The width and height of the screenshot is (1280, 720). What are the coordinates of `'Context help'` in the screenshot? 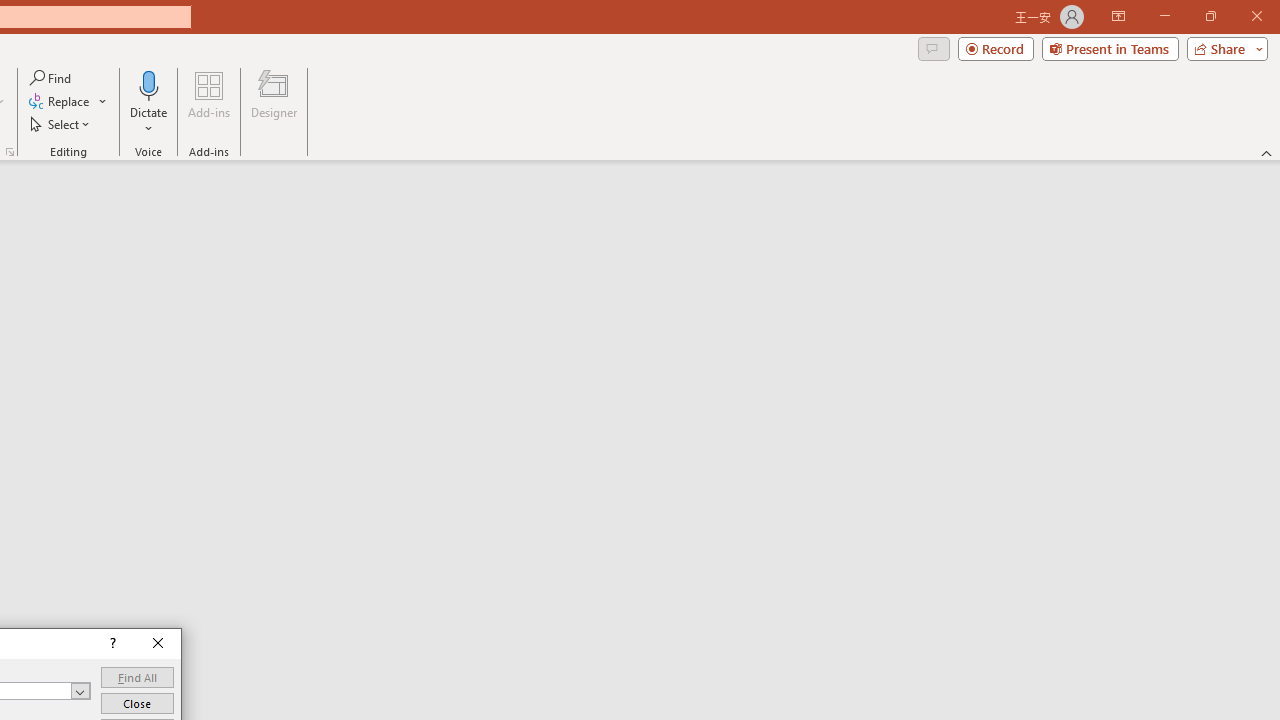 It's located at (110, 644).